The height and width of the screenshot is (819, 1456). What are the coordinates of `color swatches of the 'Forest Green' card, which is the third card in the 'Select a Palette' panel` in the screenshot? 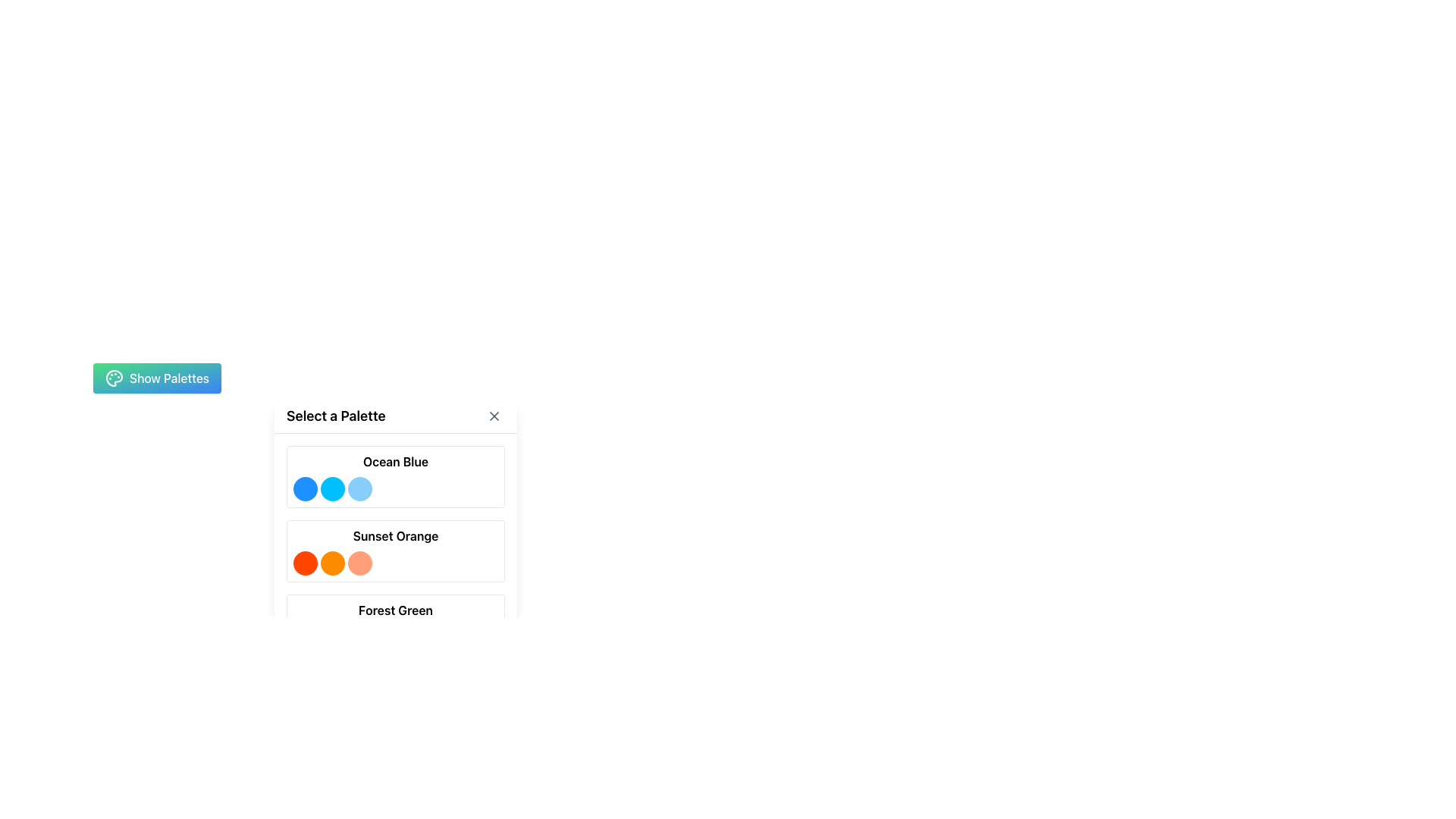 It's located at (396, 626).